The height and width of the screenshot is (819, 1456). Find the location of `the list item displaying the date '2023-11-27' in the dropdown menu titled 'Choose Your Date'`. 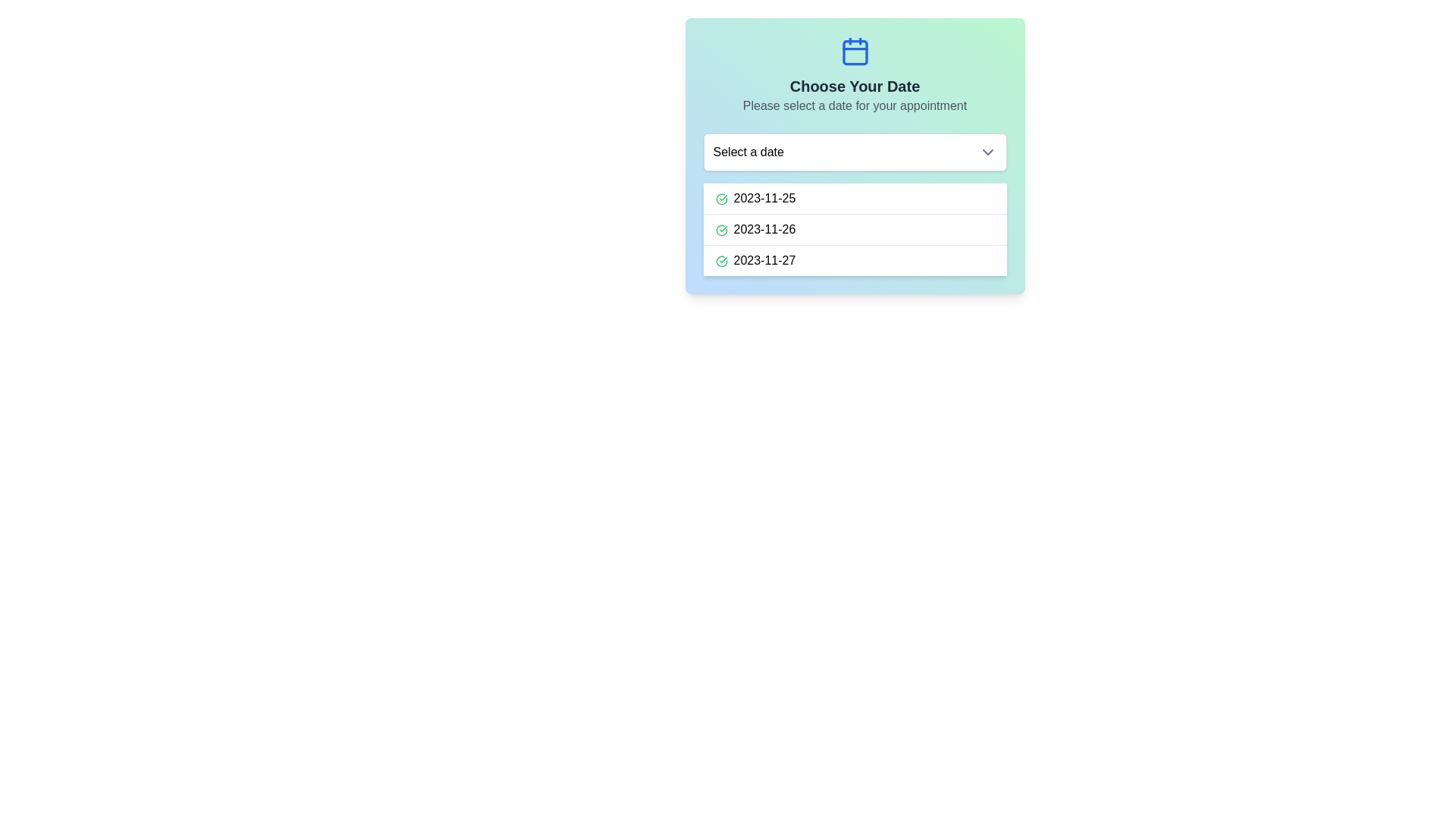

the list item displaying the date '2023-11-27' in the dropdown menu titled 'Choose Your Date' is located at coordinates (855, 259).